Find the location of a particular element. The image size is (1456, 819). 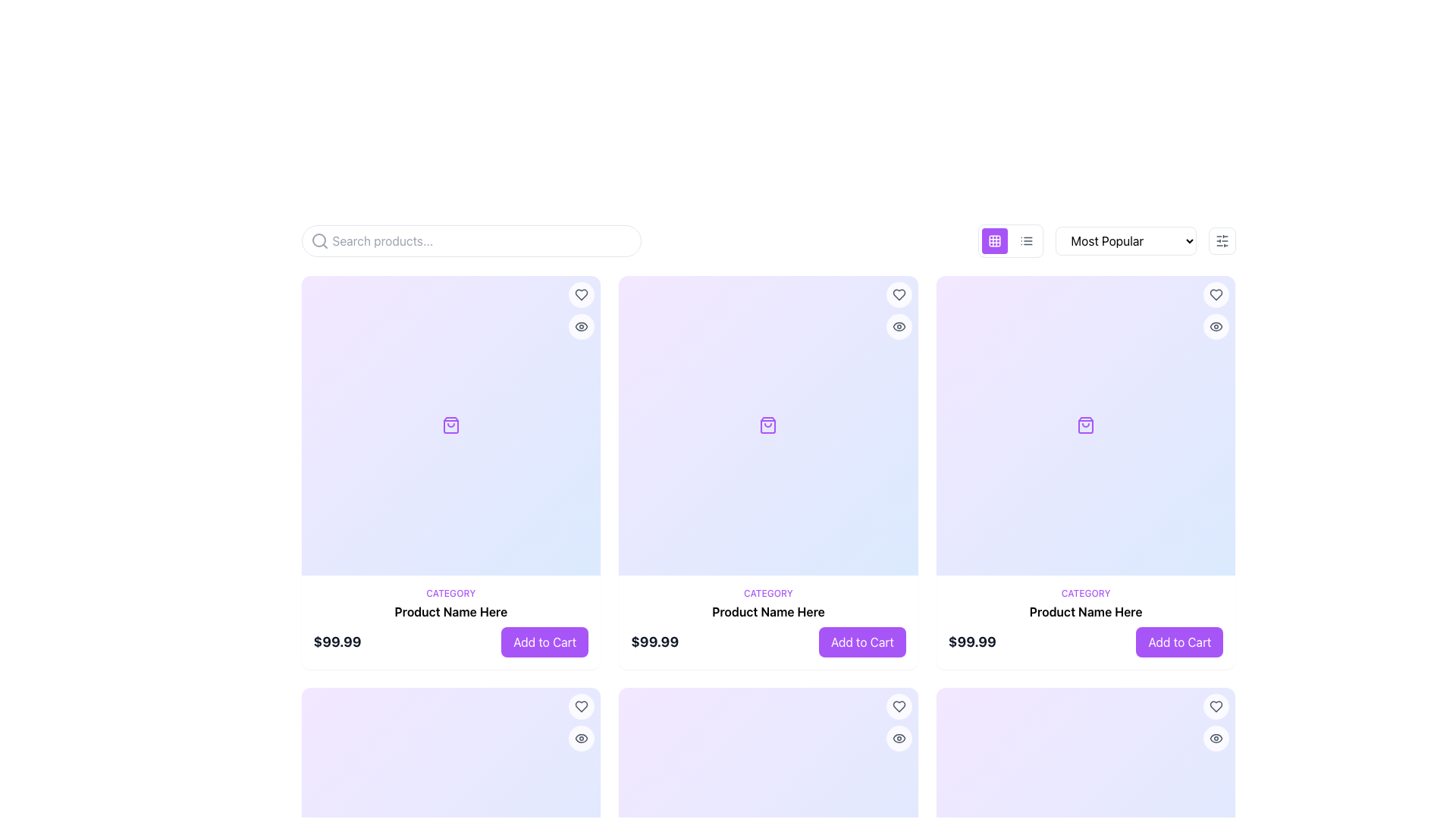

the eye icon button located at the top-right corner of the product card is located at coordinates (899, 326).